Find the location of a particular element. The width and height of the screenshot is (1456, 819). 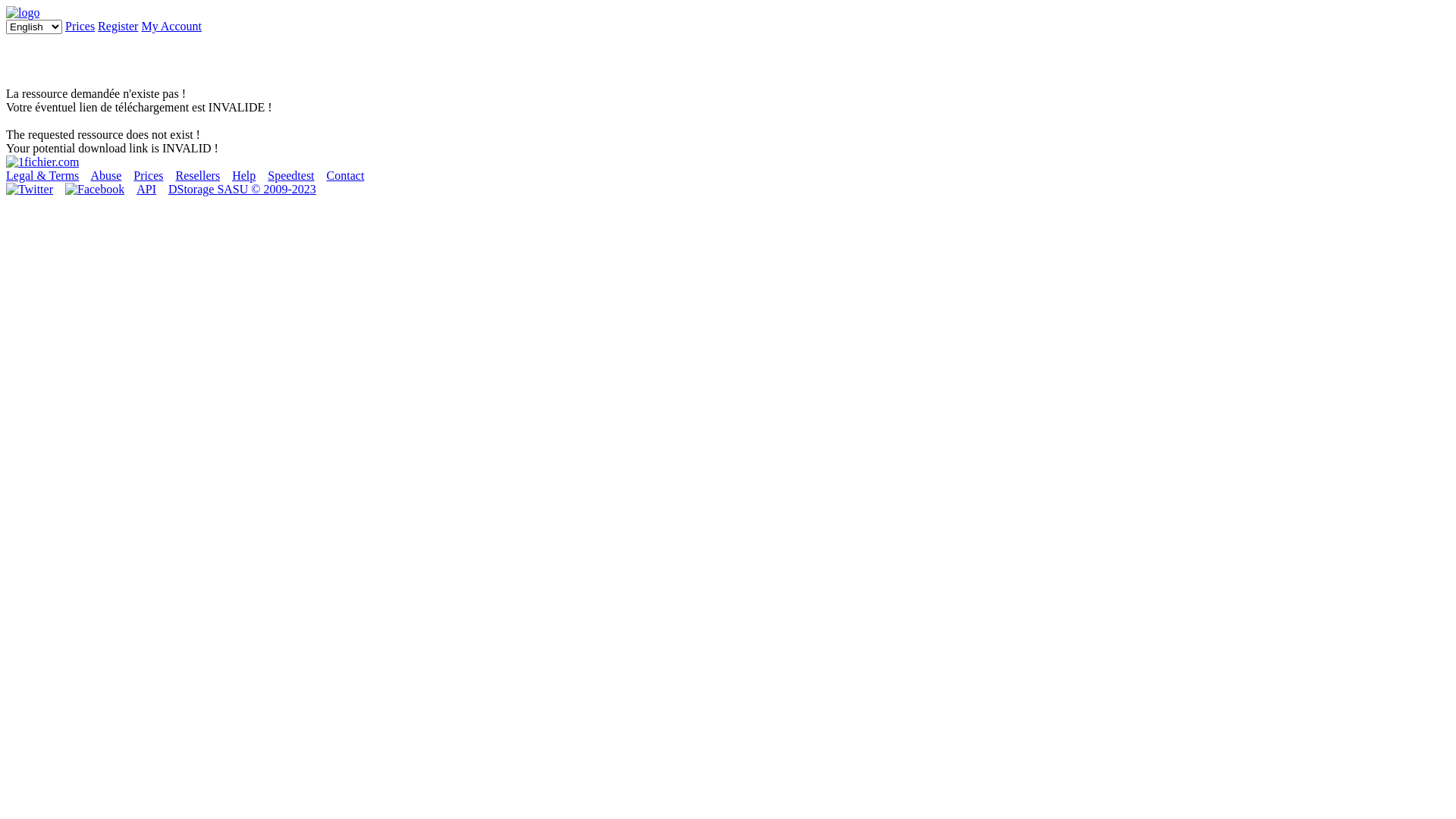

'Legal & Terms' is located at coordinates (42, 174).